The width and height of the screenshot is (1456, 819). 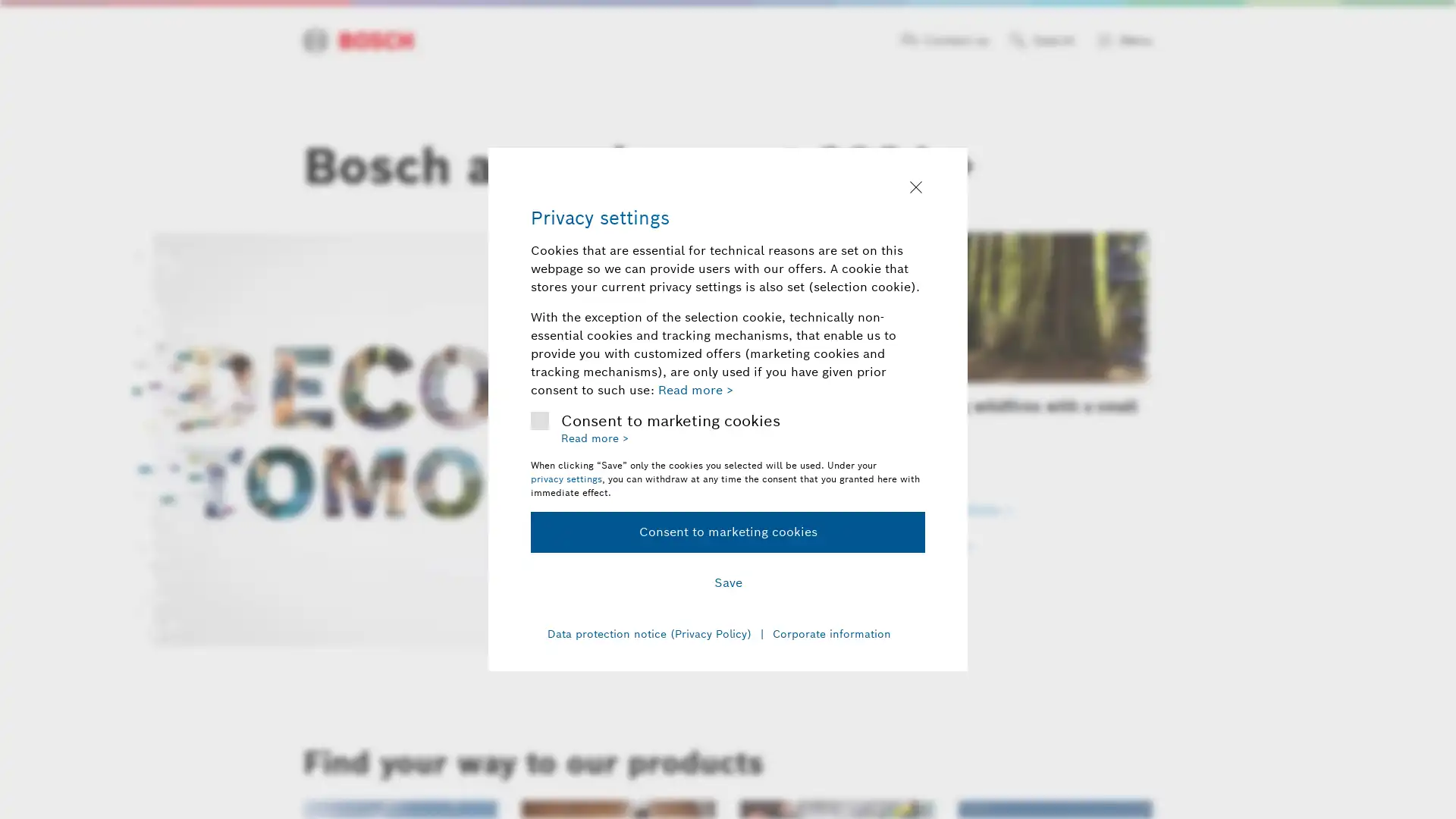 What do you see at coordinates (1041, 40) in the screenshot?
I see `Search` at bounding box center [1041, 40].